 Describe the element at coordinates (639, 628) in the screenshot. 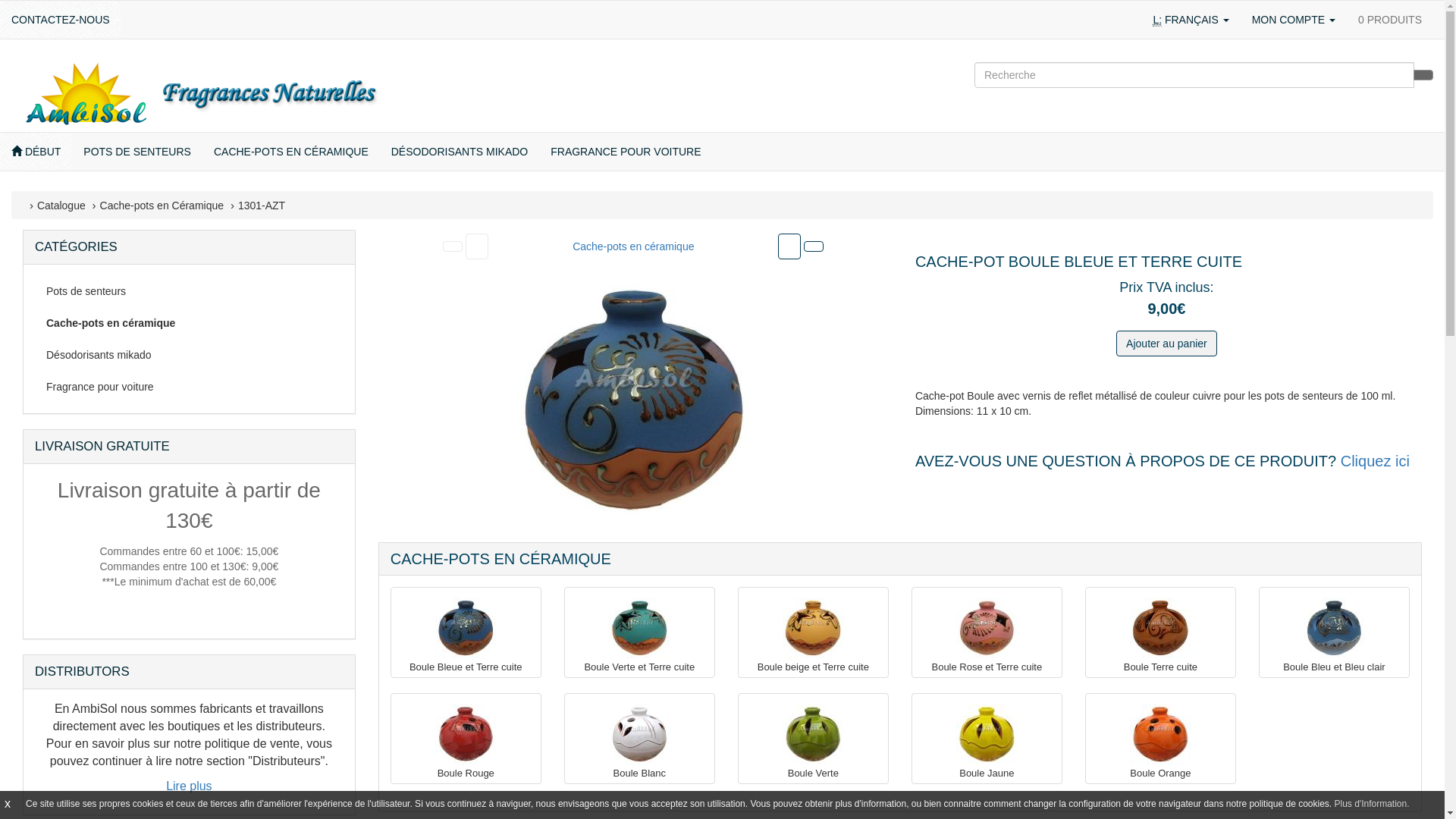

I see `'Boule Verte et Terre cuite'` at that location.